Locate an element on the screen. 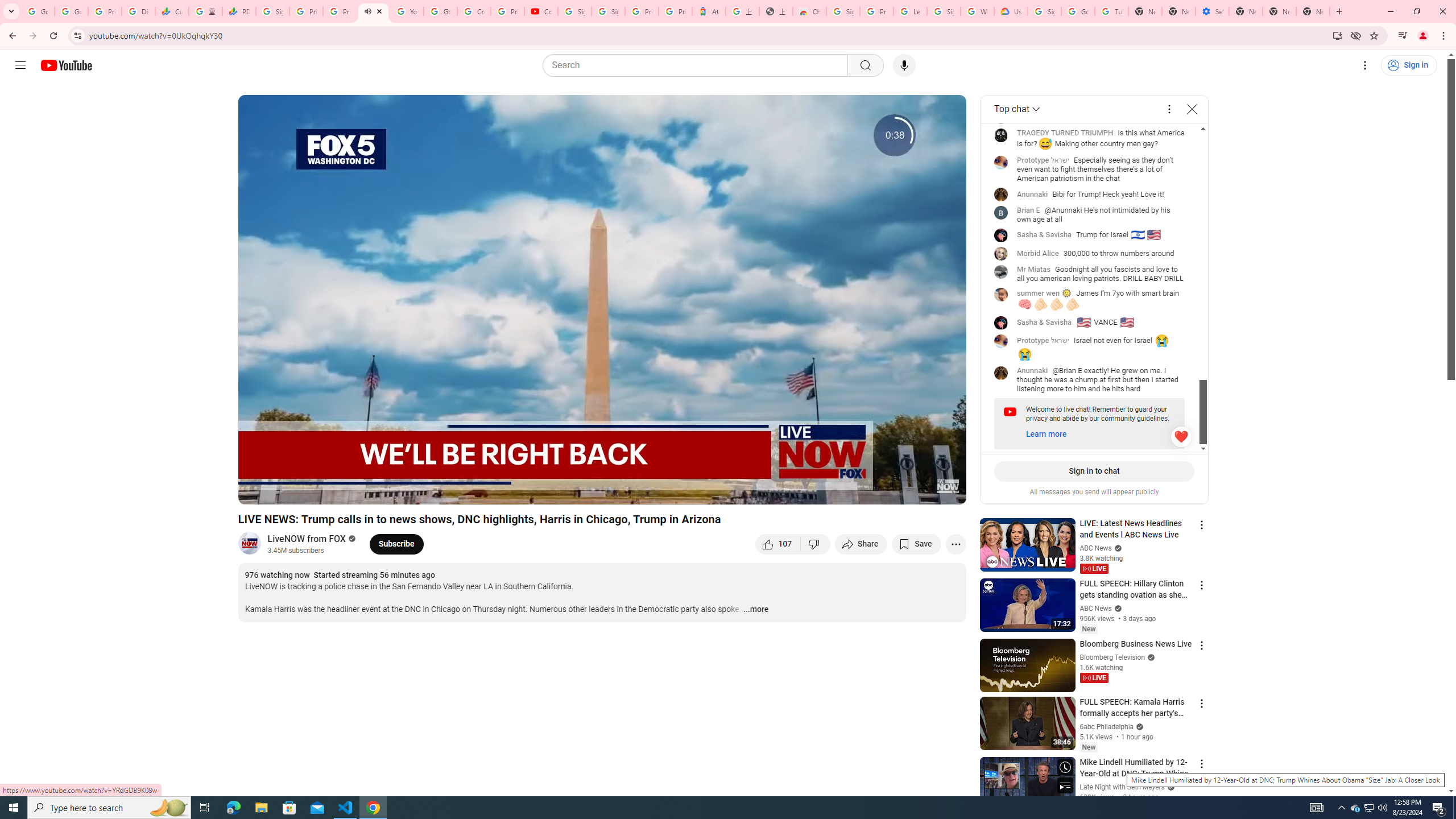  'like this video along with 107 other people' is located at coordinates (777, 543).